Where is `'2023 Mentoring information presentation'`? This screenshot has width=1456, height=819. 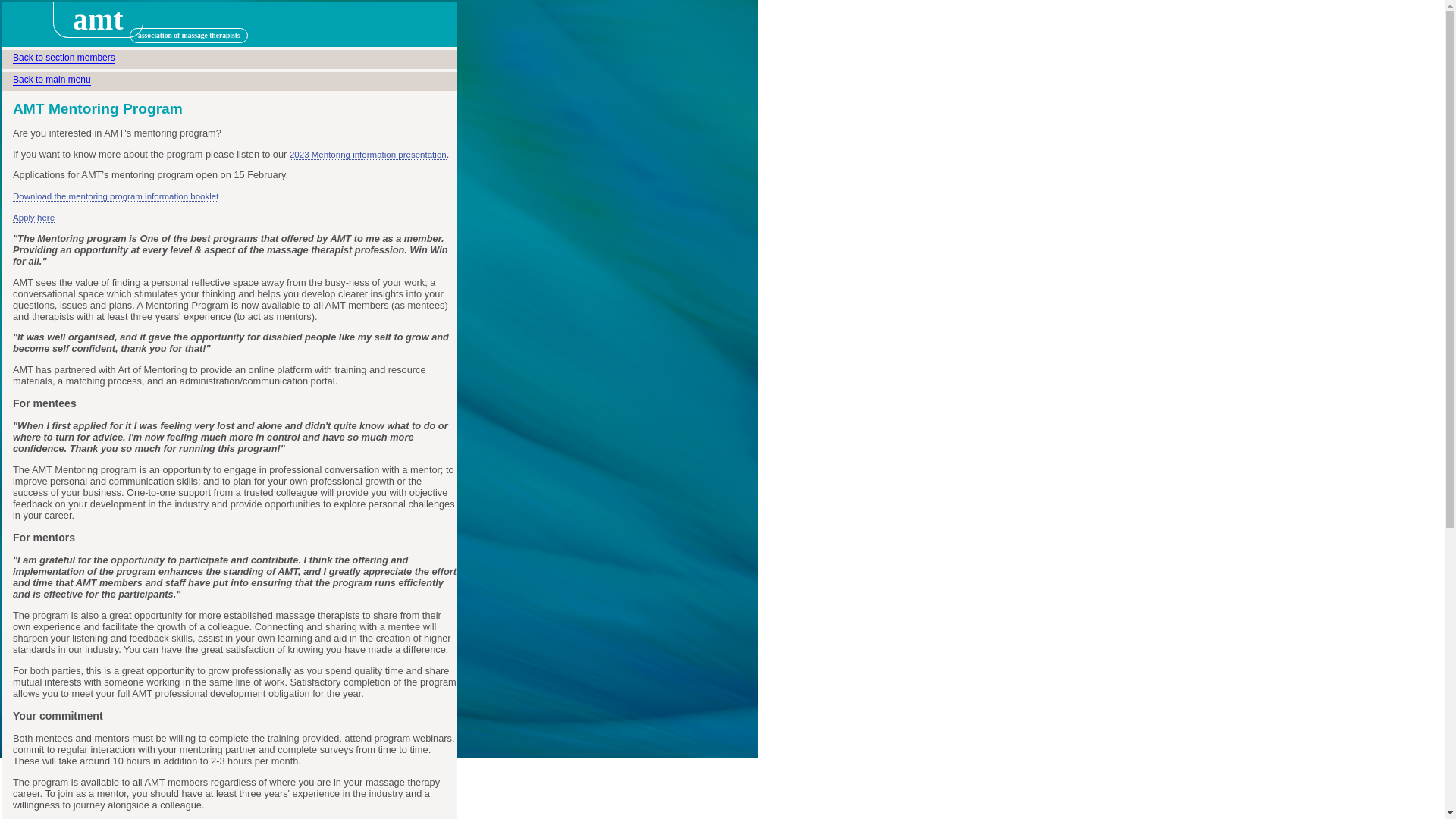
'2023 Mentoring information presentation' is located at coordinates (368, 155).